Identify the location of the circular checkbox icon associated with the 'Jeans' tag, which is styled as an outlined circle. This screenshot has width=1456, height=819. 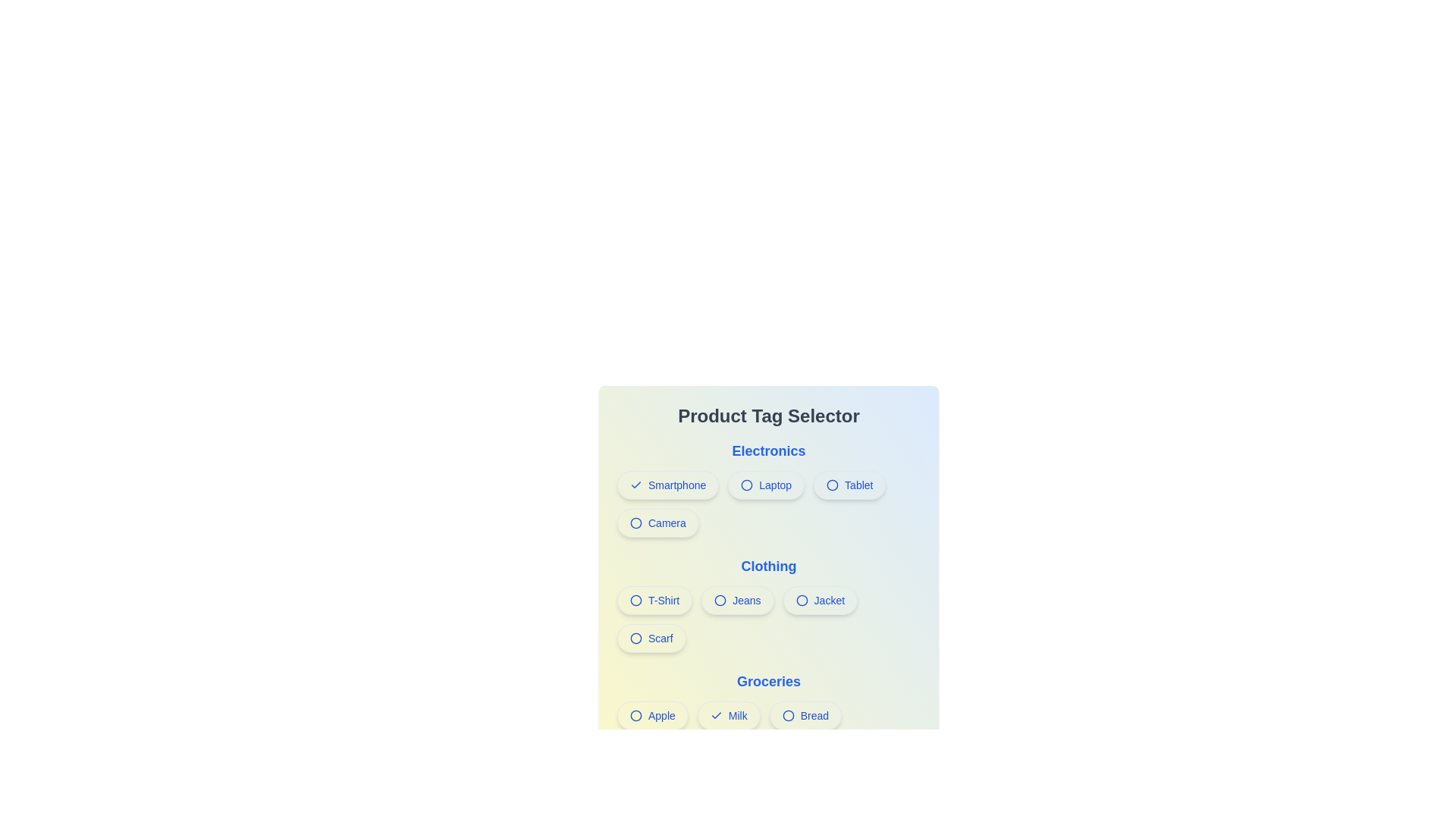
(720, 599).